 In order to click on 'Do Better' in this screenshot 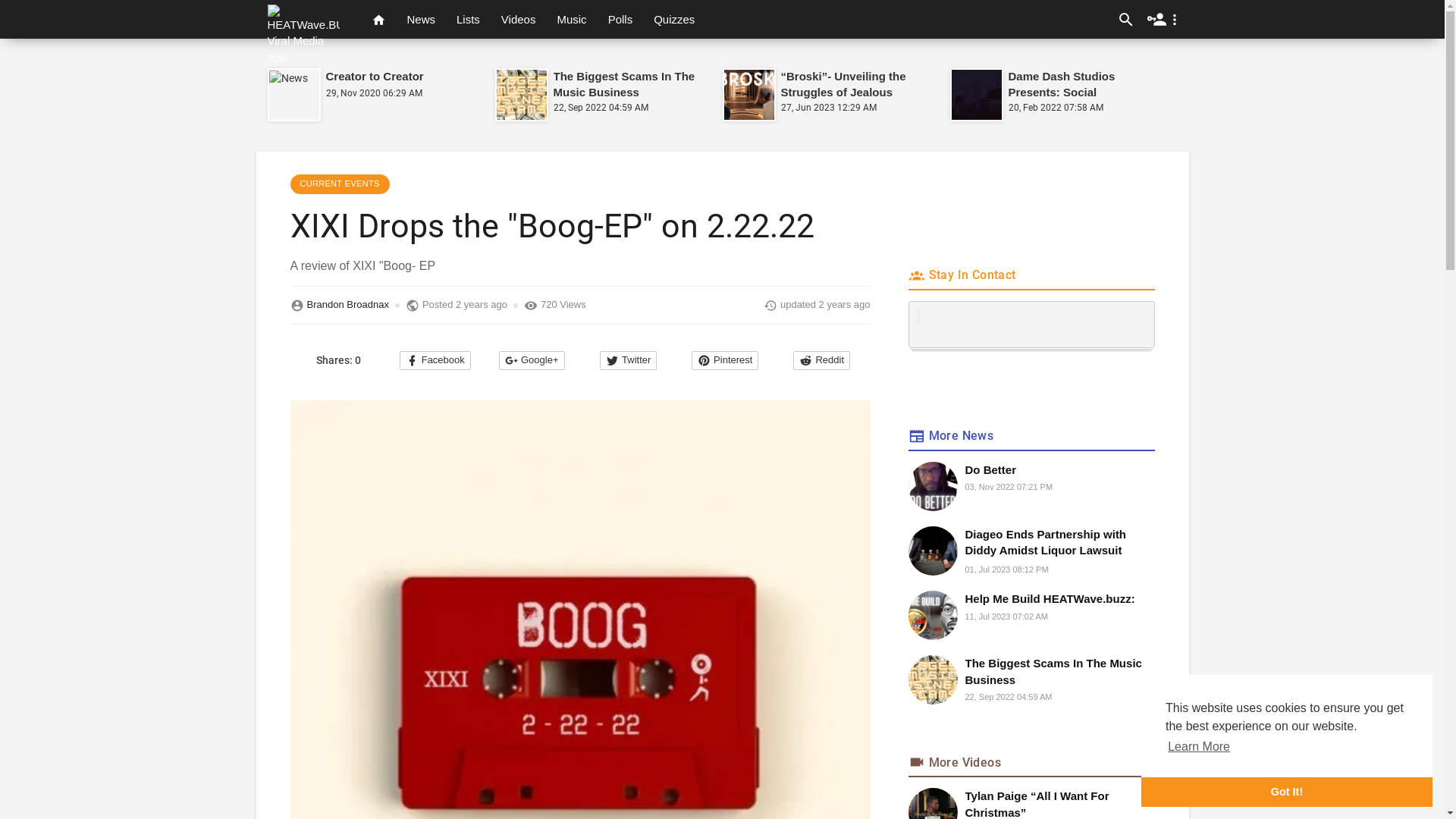, I will do `click(964, 469)`.